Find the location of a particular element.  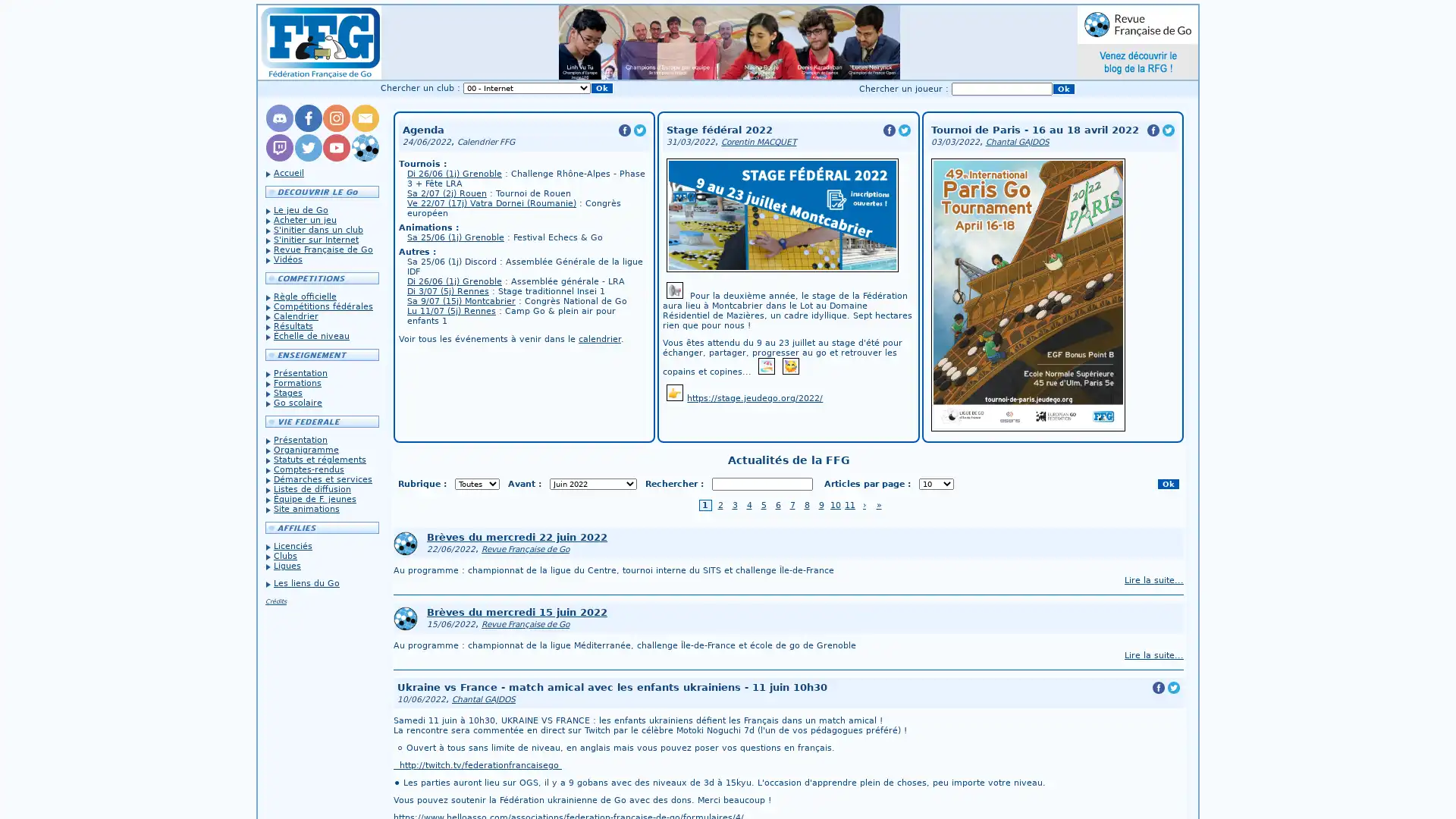

Ok is located at coordinates (1062, 89).